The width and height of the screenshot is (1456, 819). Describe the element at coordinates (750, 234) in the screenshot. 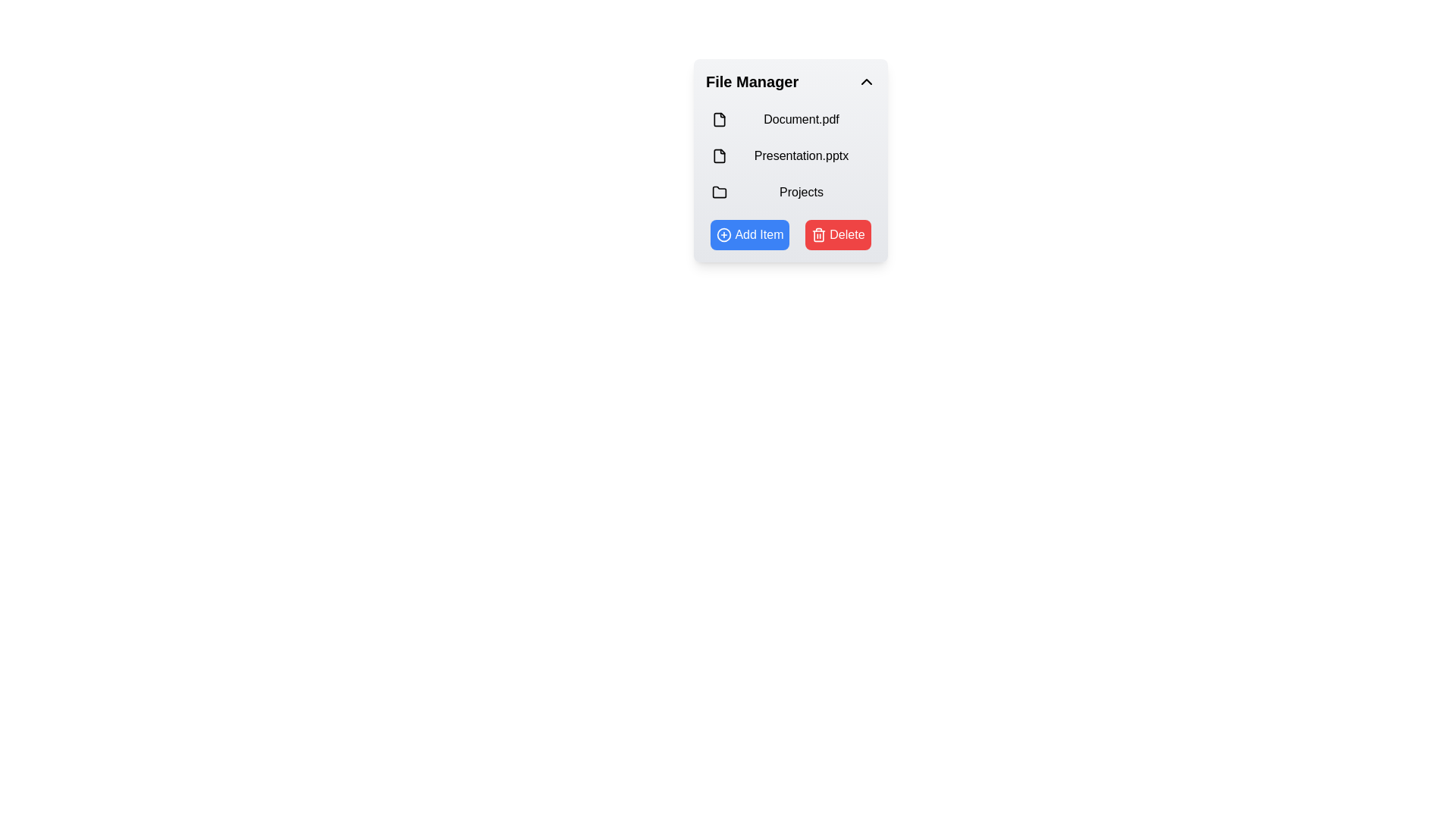

I see `the rectangular button with rounded corners that has a bright blue background and white text reading 'Add Item'` at that location.